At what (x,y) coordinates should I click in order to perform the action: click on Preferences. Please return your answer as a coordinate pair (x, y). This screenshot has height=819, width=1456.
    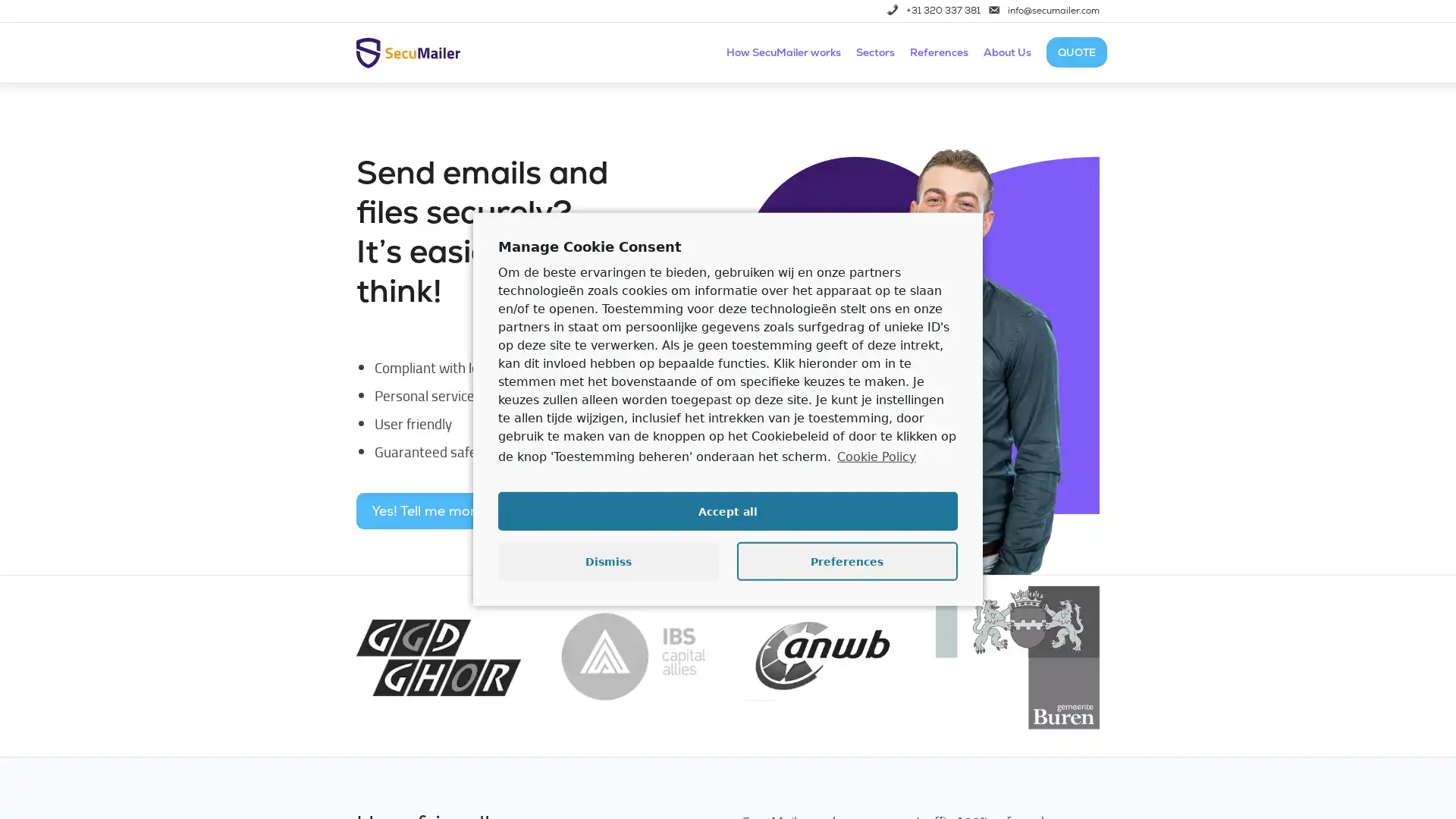
    Looking at the image, I should click on (846, 561).